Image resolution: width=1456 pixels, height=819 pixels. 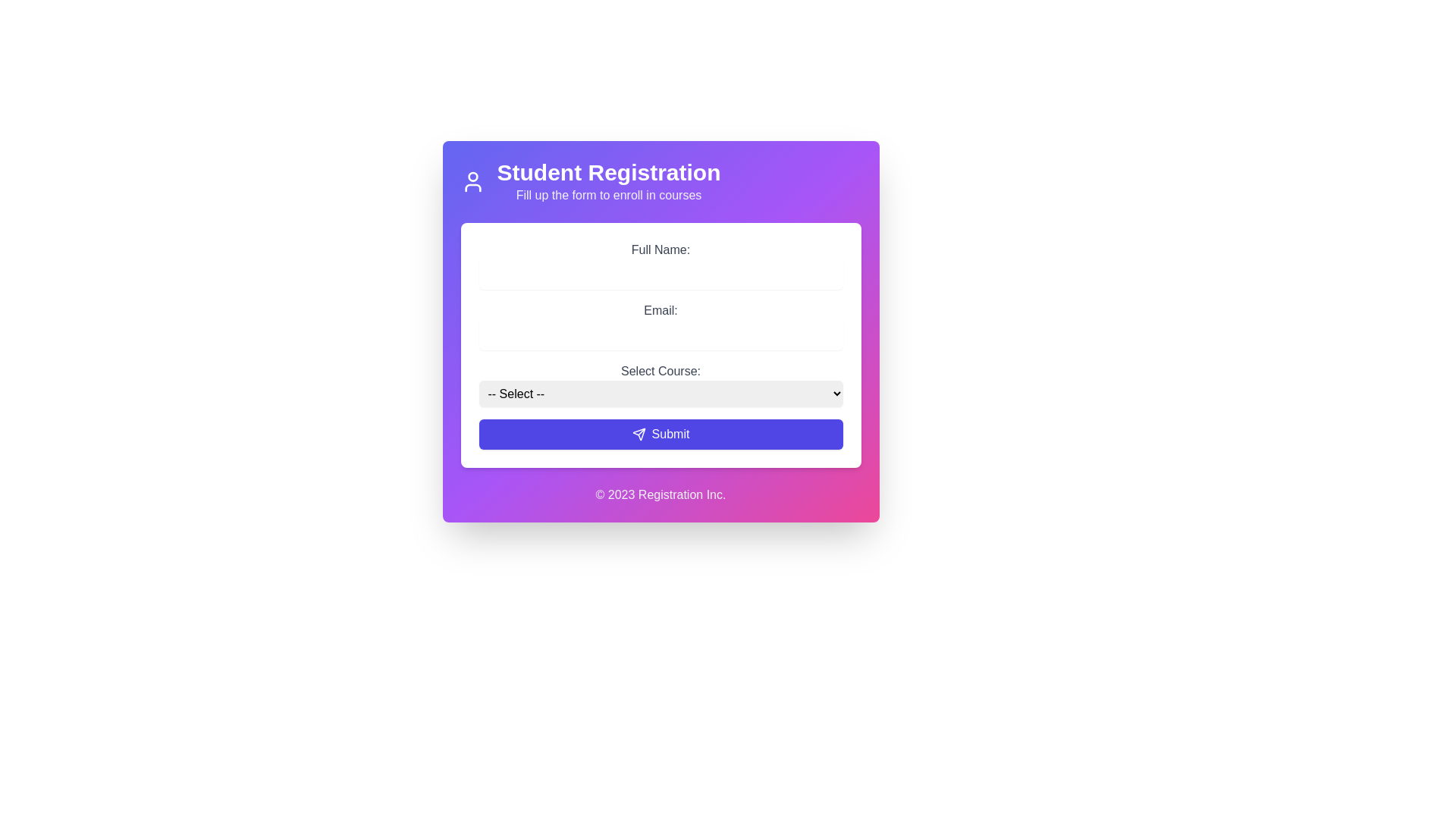 What do you see at coordinates (608, 195) in the screenshot?
I see `the informational text element that instructs users to 'Fill up the form to enroll in courses', styled in light gray on a purple gradient background, located below the 'Student Registration' heading` at bounding box center [608, 195].